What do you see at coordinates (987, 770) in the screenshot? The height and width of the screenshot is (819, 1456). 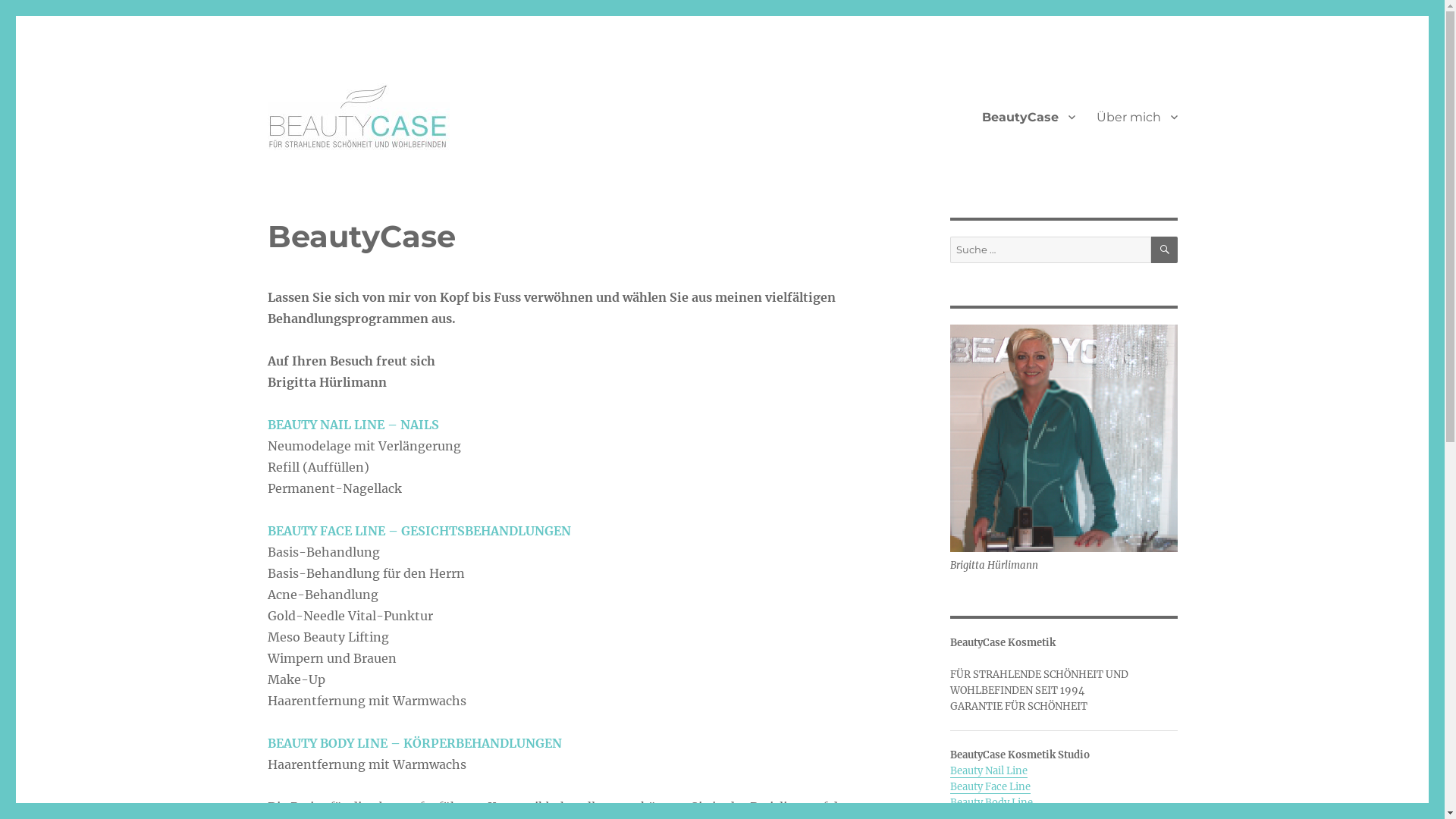 I see `'Beauty Nail Line'` at bounding box center [987, 770].